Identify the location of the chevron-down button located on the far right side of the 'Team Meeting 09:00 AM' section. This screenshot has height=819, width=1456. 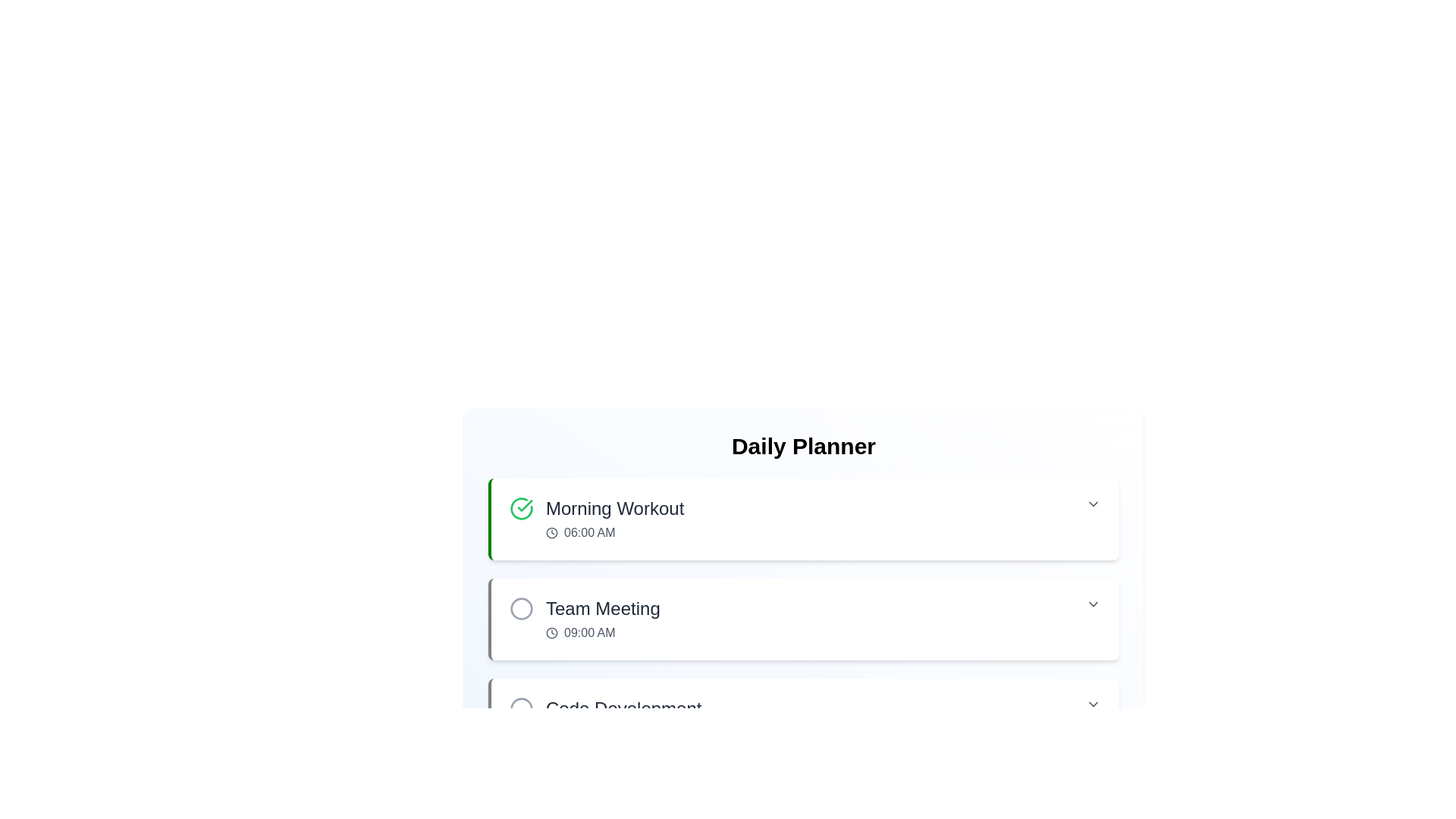
(1093, 604).